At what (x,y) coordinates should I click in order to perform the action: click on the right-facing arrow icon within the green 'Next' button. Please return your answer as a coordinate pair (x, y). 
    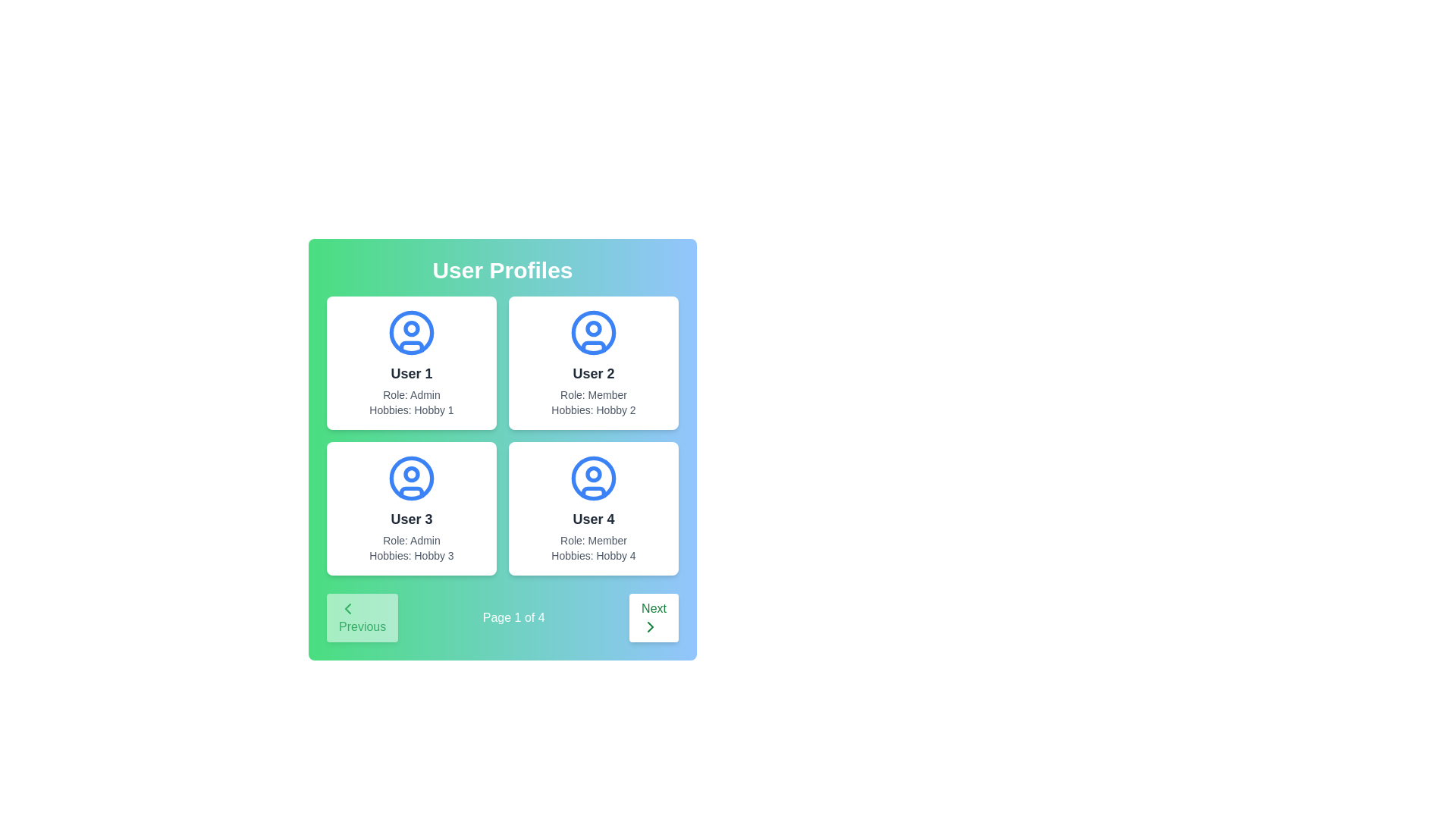
    Looking at the image, I should click on (651, 626).